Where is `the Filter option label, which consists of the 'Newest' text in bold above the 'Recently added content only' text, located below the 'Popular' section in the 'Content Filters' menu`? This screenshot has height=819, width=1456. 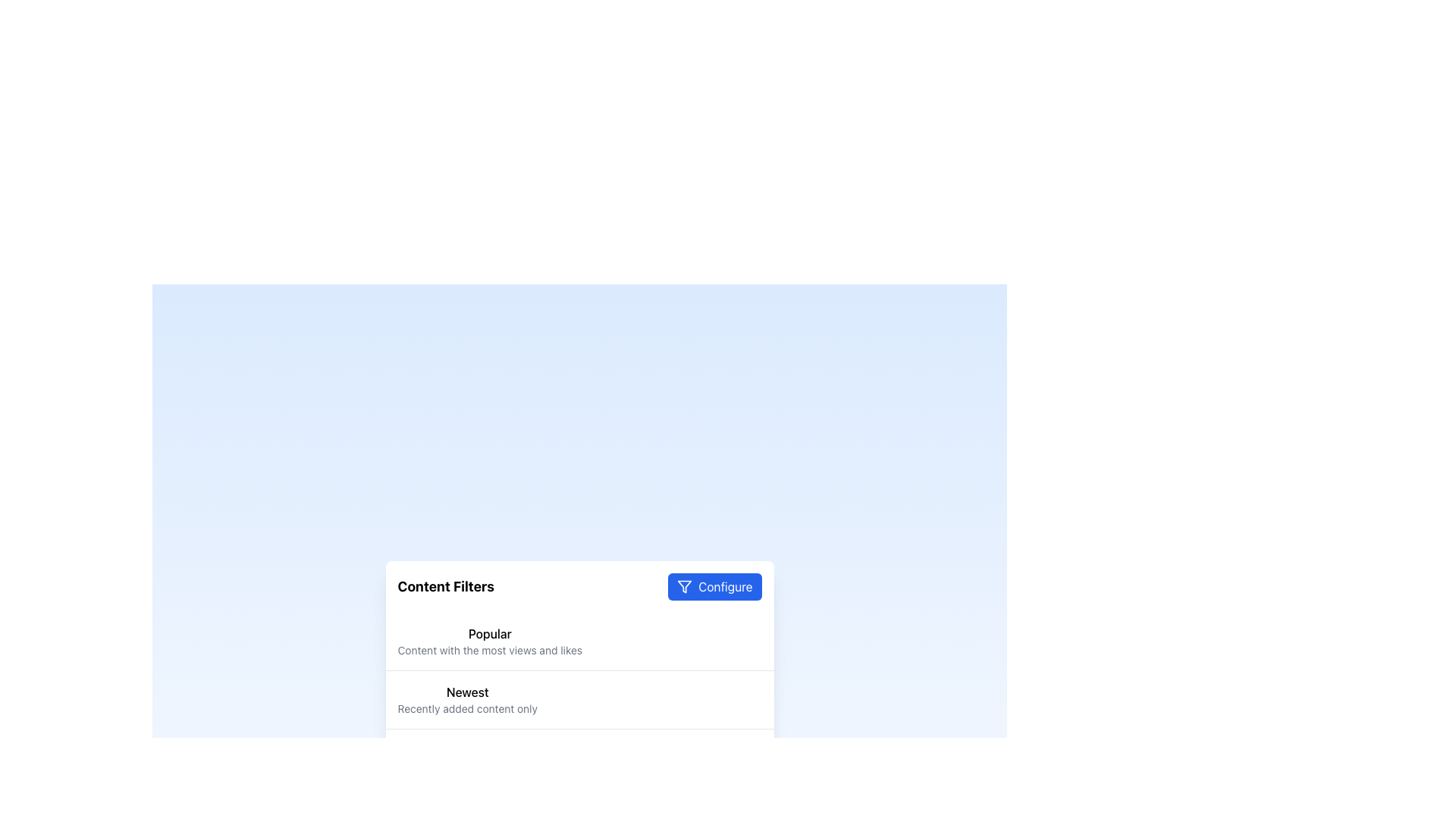
the Filter option label, which consists of the 'Newest' text in bold above the 'Recently added content only' text, located below the 'Popular' section in the 'Content Filters' menu is located at coordinates (466, 699).